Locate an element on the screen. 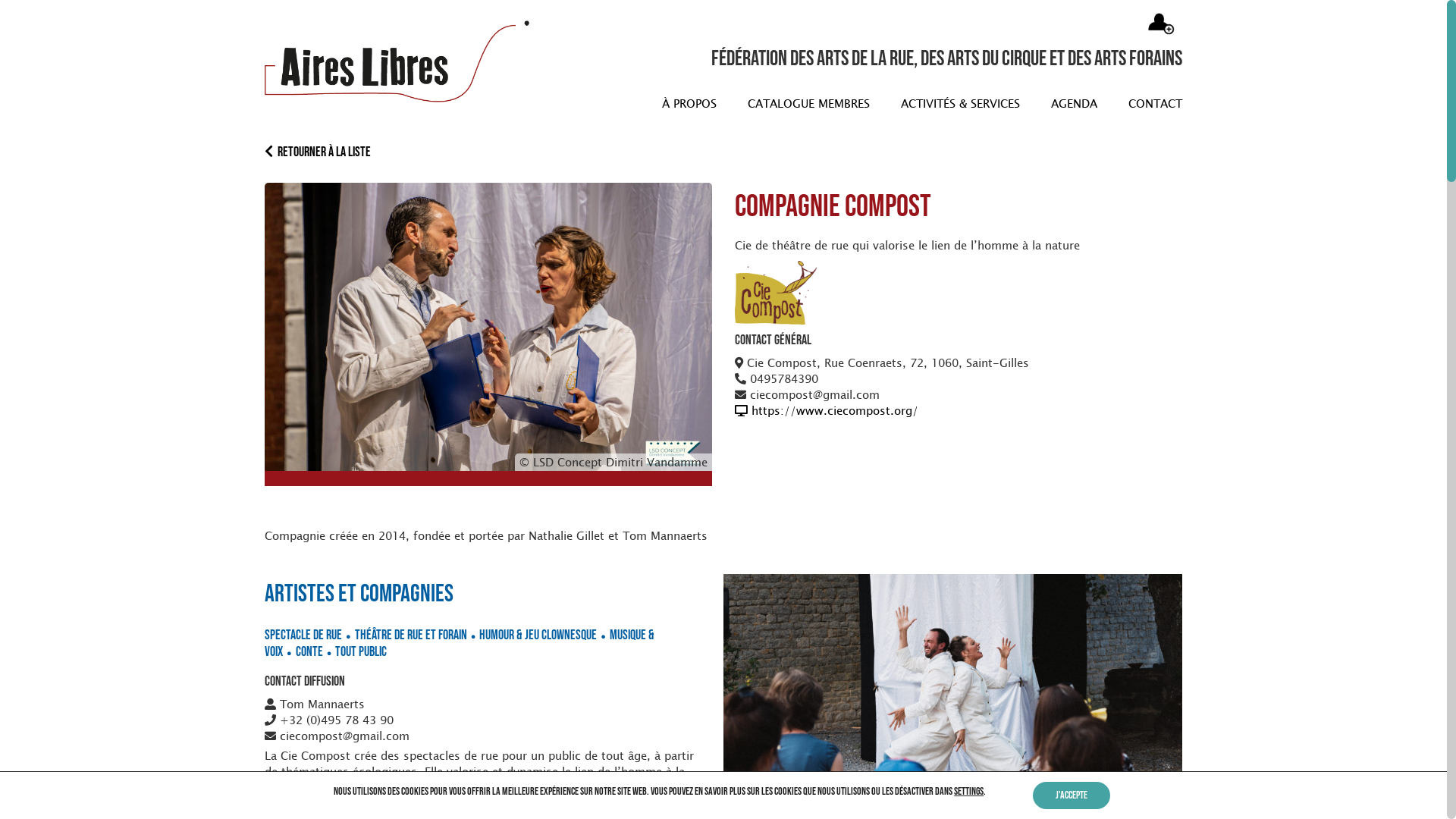 This screenshot has width=1456, height=819. 'CATALOGUE MEMBRES' is located at coordinates (803, 102).